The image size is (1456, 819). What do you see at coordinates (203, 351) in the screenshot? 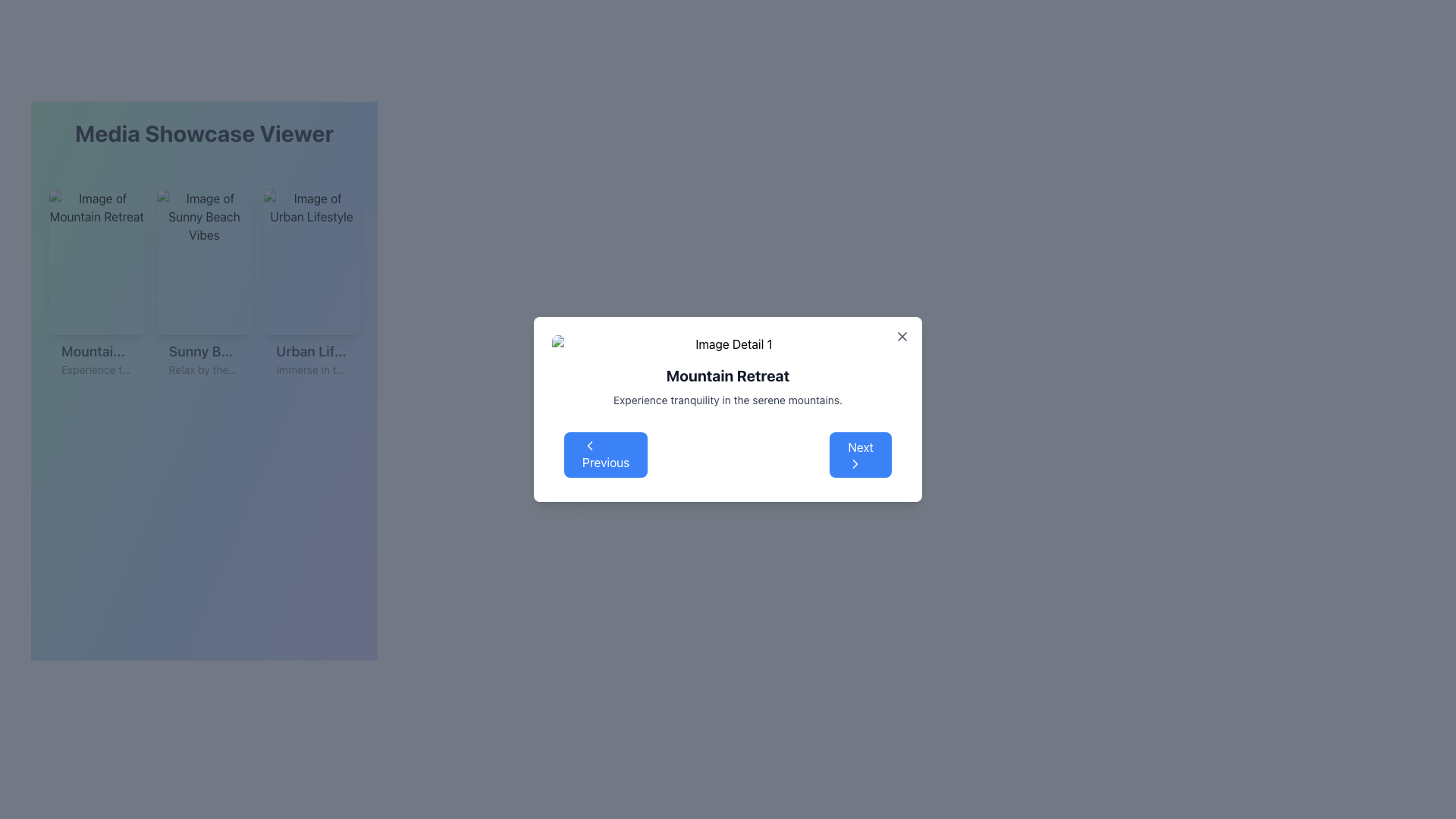
I see `title text of the Text Label located in the second card of a horizontal row of three cards, which provides a summary of the card's content` at bounding box center [203, 351].